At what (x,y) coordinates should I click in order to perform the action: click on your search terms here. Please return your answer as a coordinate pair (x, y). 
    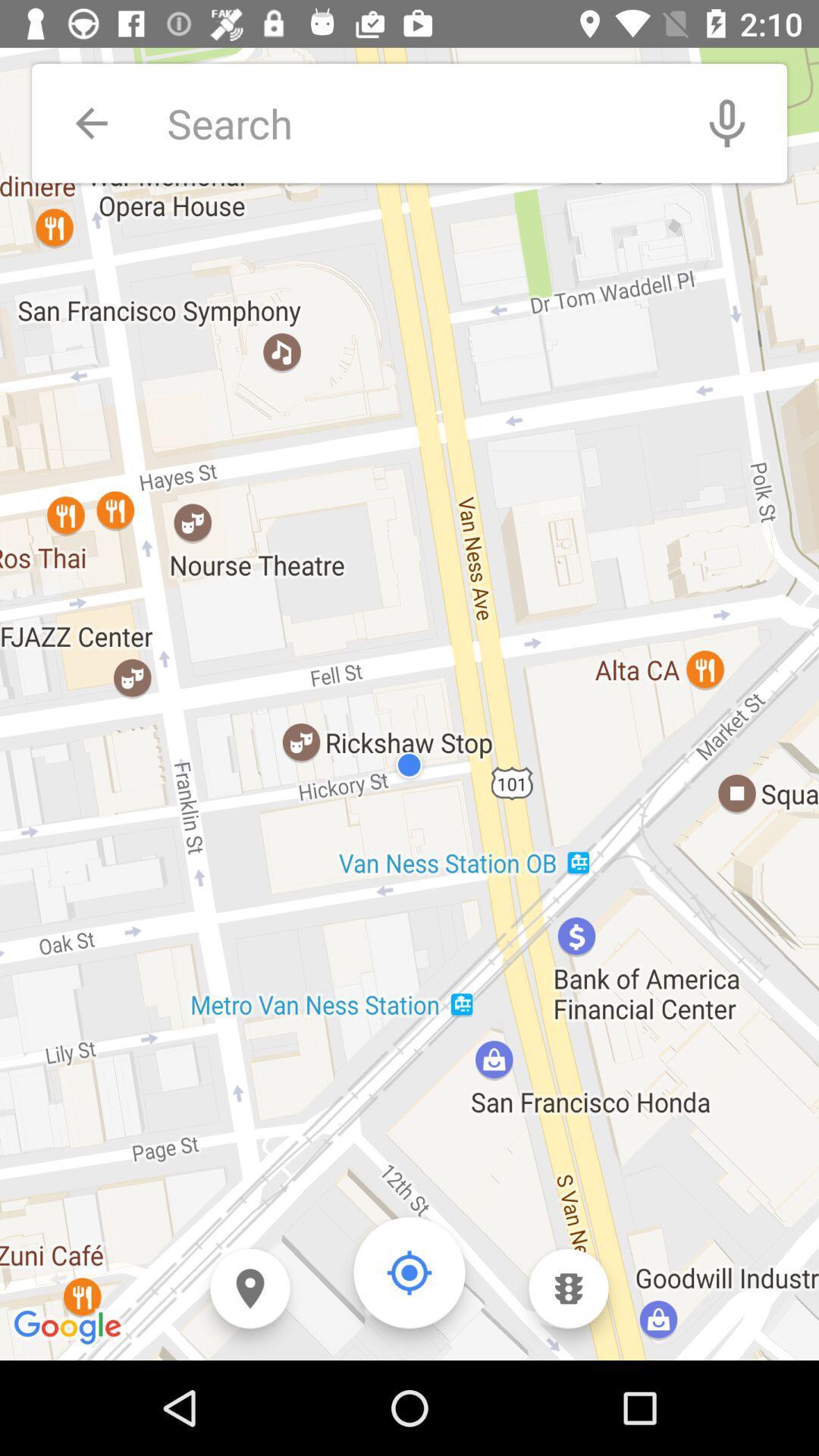
    Looking at the image, I should click on (417, 123).